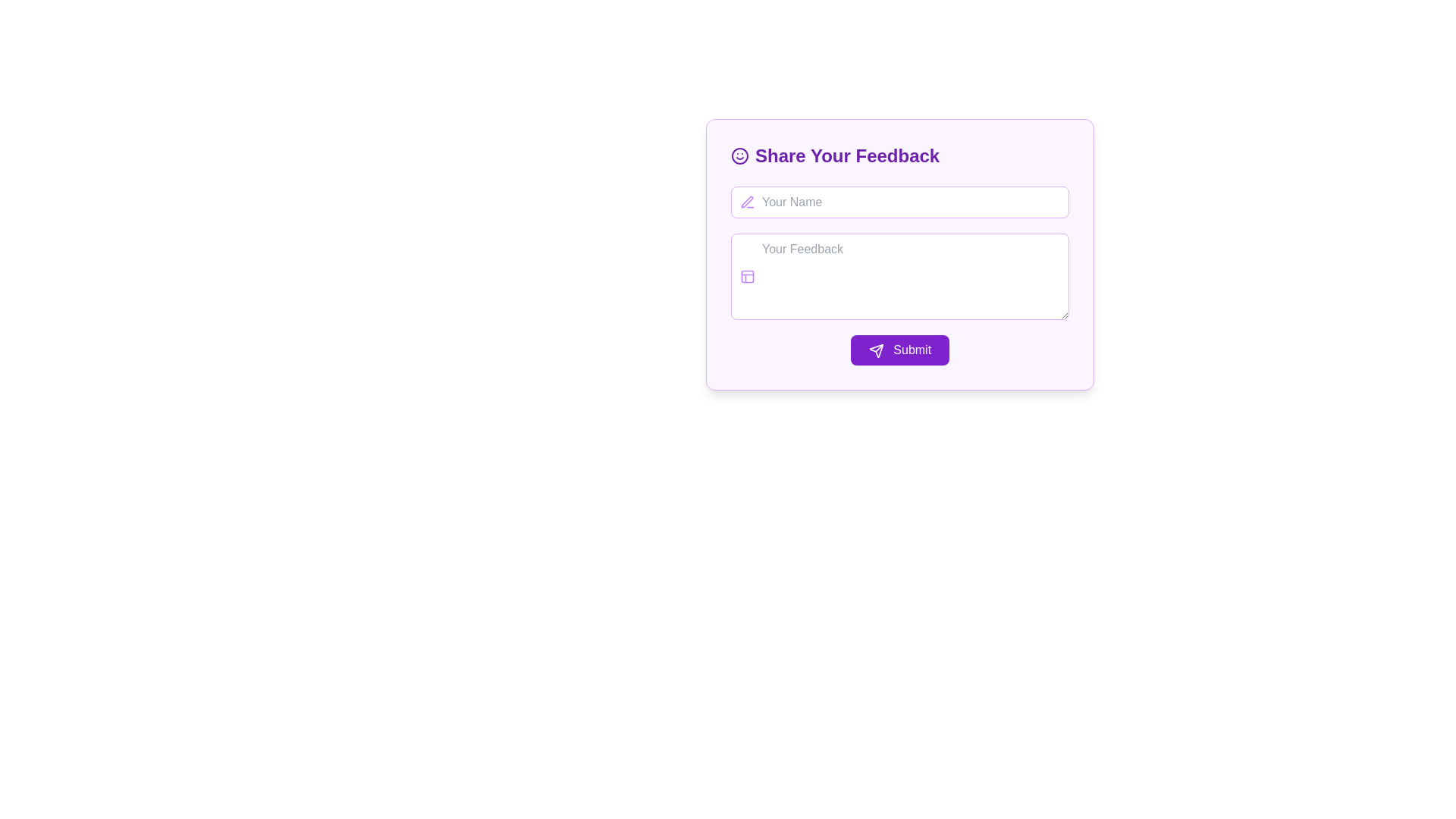 The image size is (1456, 819). Describe the element at coordinates (899, 155) in the screenshot. I see `the section header text with accompanying icon located at the top of the form, indicating the user's task or purpose of the form` at that location.